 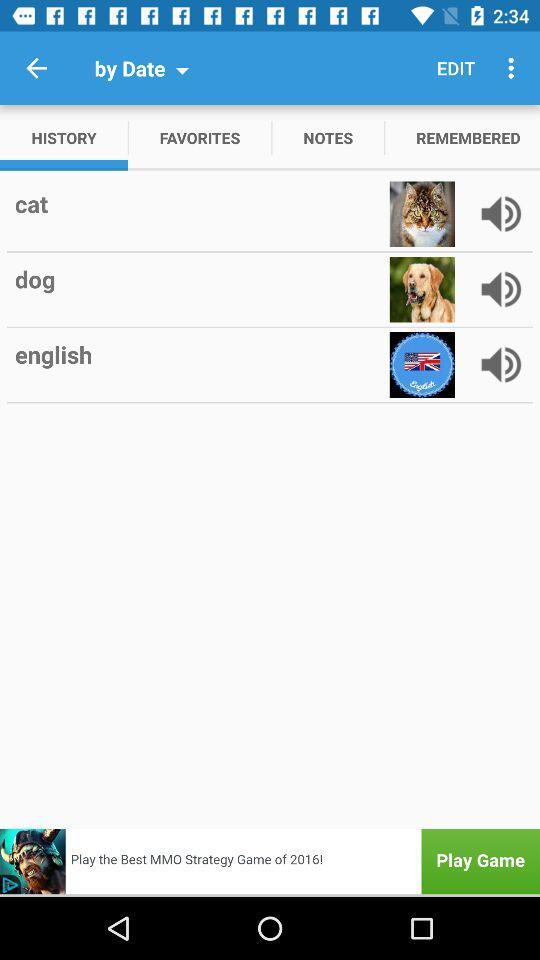 I want to click on icon above remembered icon, so click(x=455, y=68).